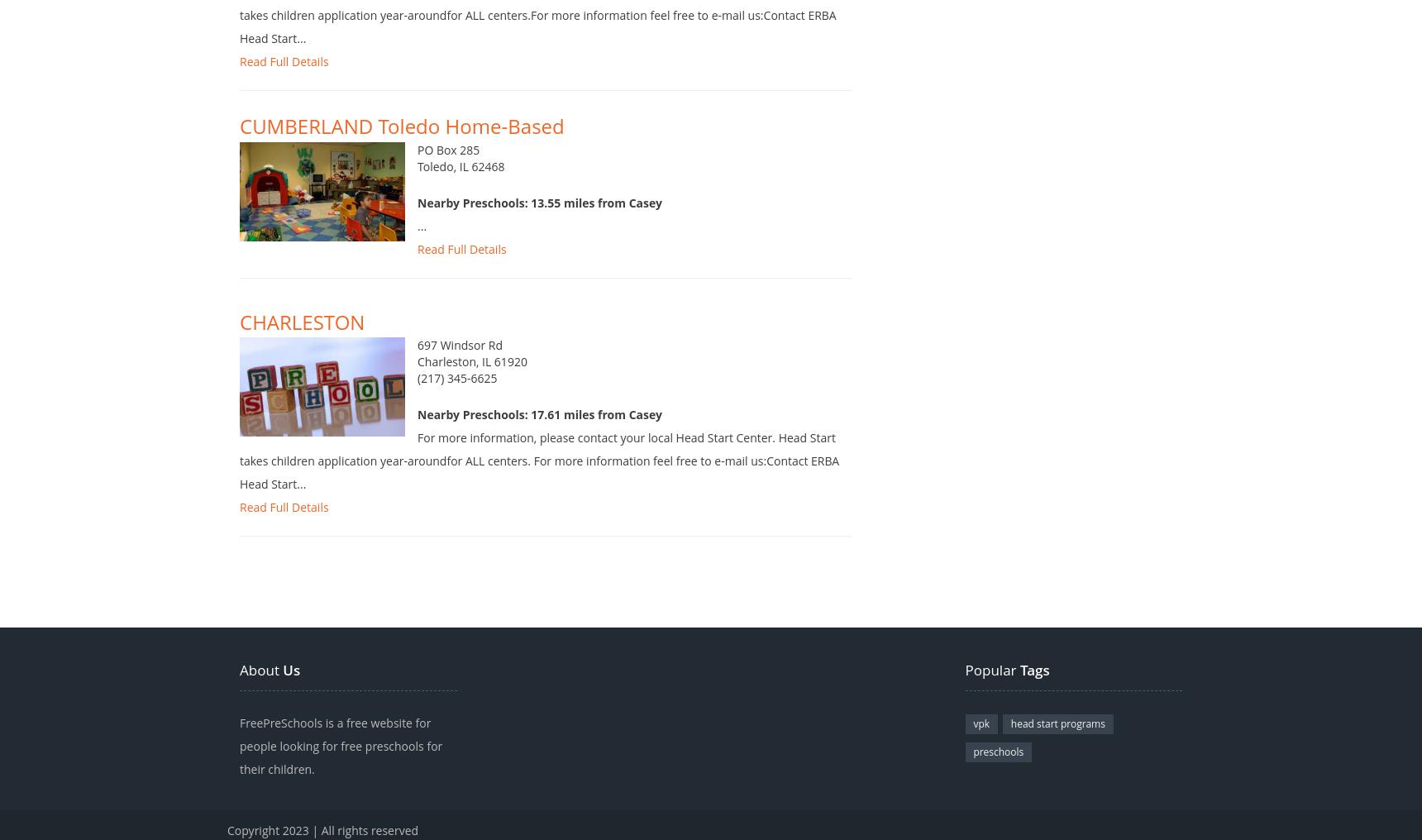  What do you see at coordinates (341, 762) in the screenshot?
I see `'FreePreSchools is a free website for people looking for free preschools for their children.'` at bounding box center [341, 762].